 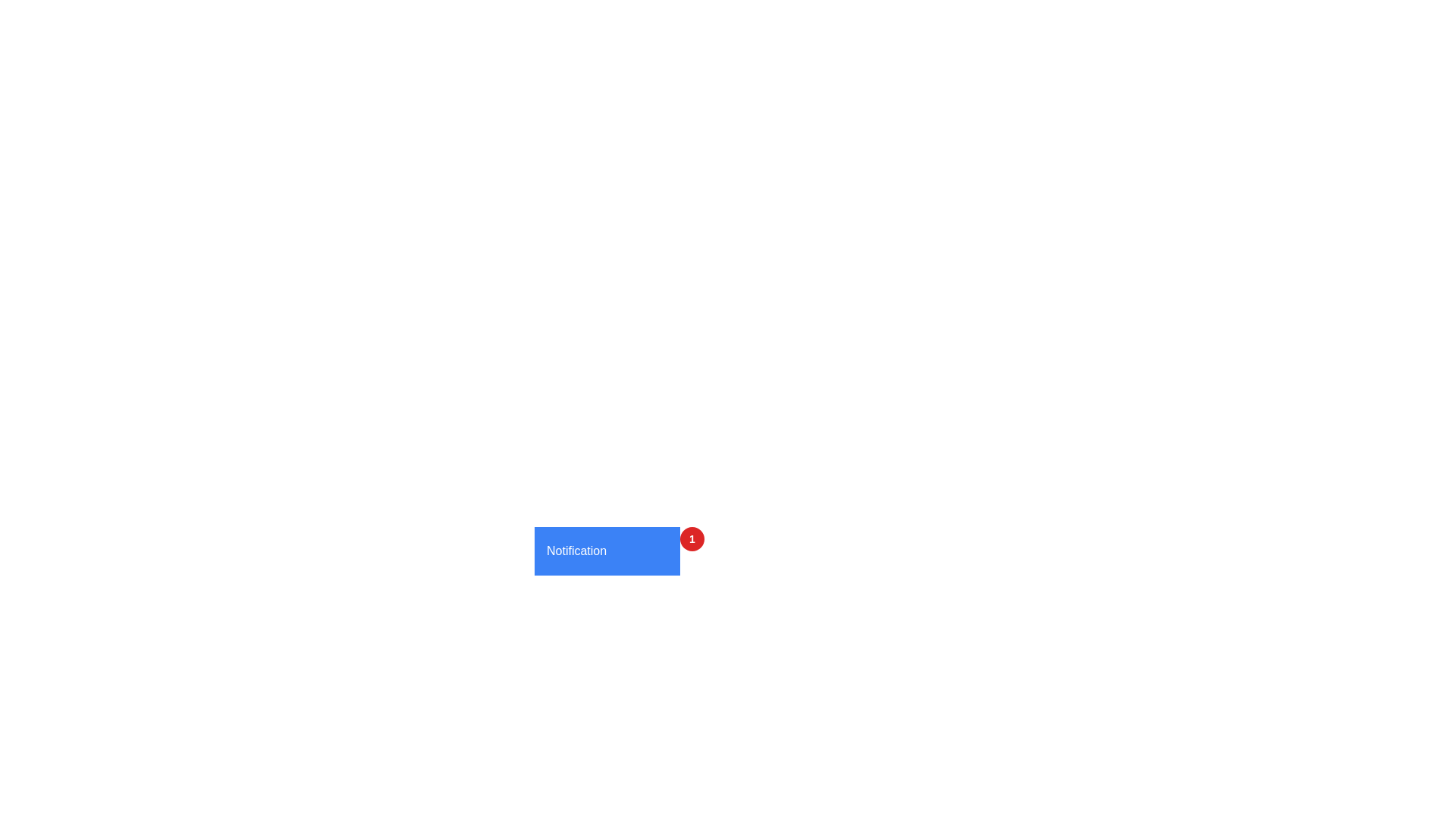 What do you see at coordinates (691, 538) in the screenshot?
I see `the small red circular badge with the number '1' in white bold text, located at the top-right corner of the blue notification button labeled 'Notification'` at bounding box center [691, 538].